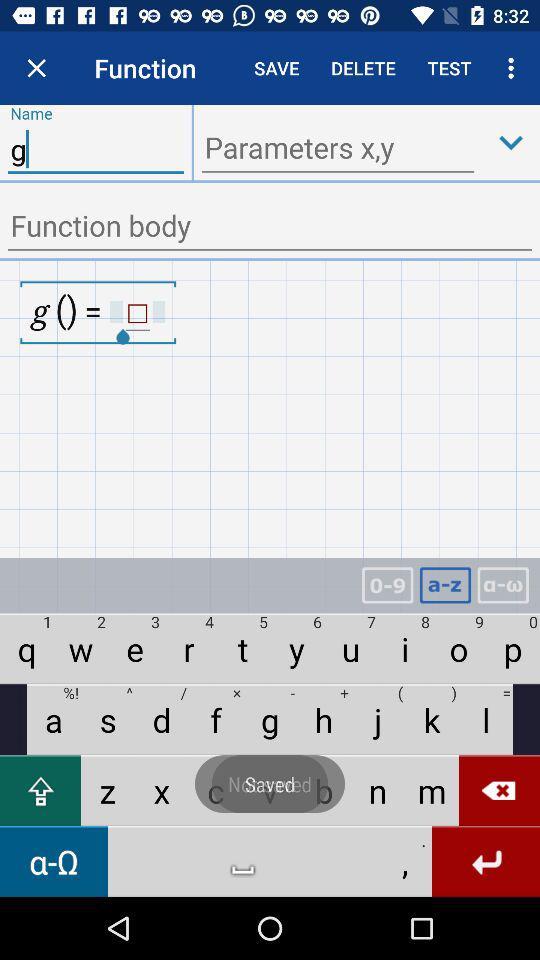 This screenshot has width=540, height=960. Describe the element at coordinates (511, 141) in the screenshot. I see `the expand_more icon` at that location.